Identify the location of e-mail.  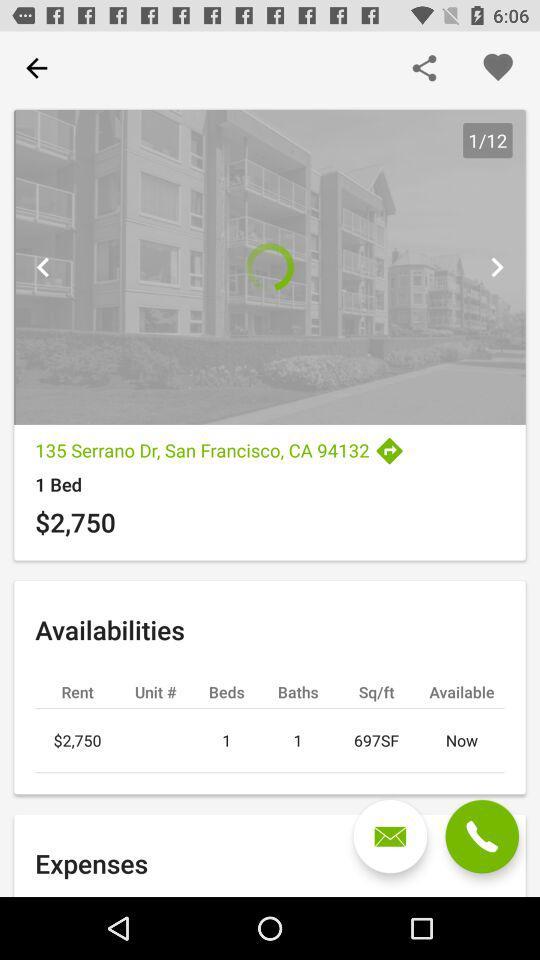
(390, 836).